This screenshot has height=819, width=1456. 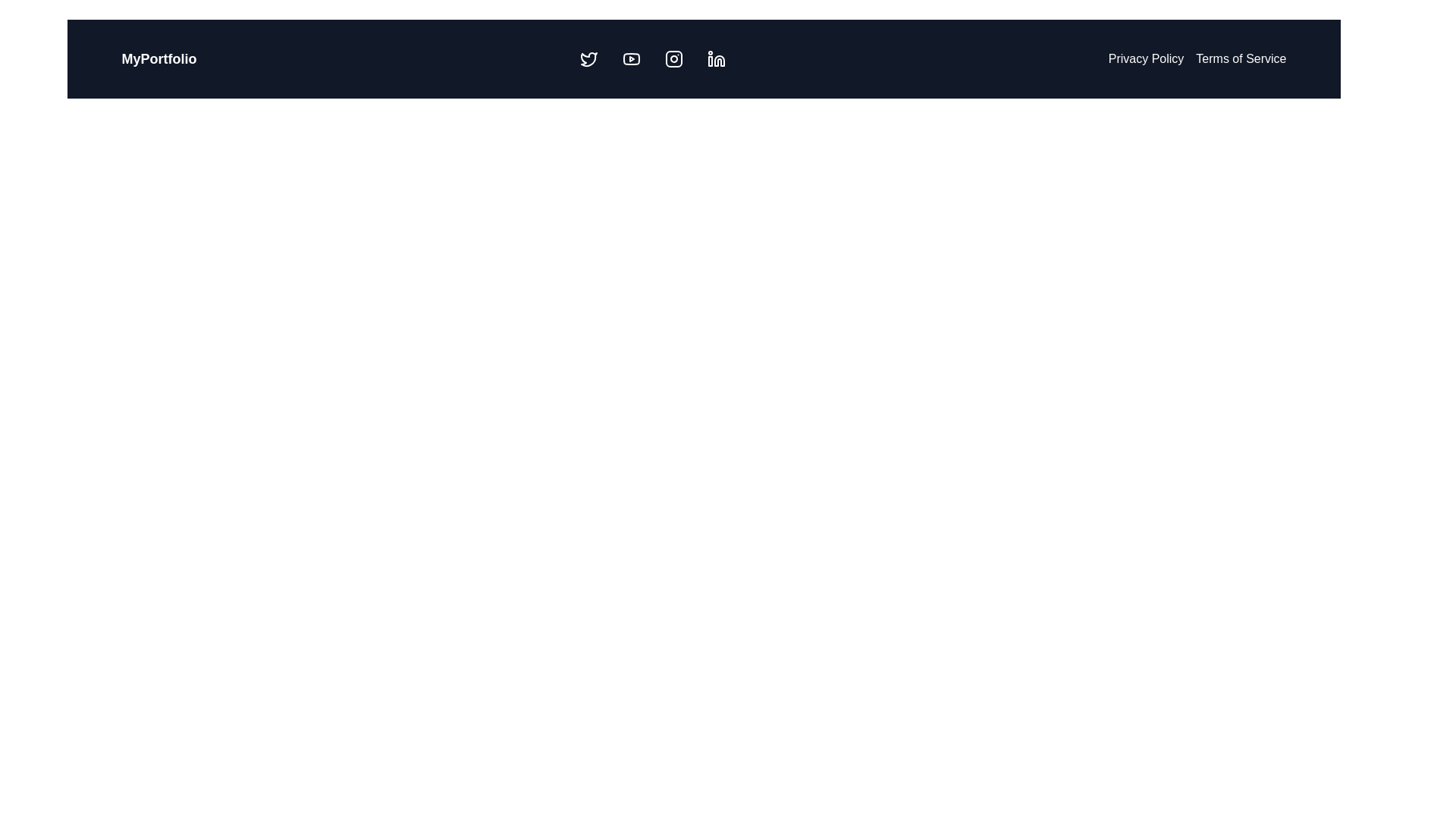 What do you see at coordinates (673, 58) in the screenshot?
I see `the Instagram icon button, which is the third icon in a horizontal navigation bar` at bounding box center [673, 58].